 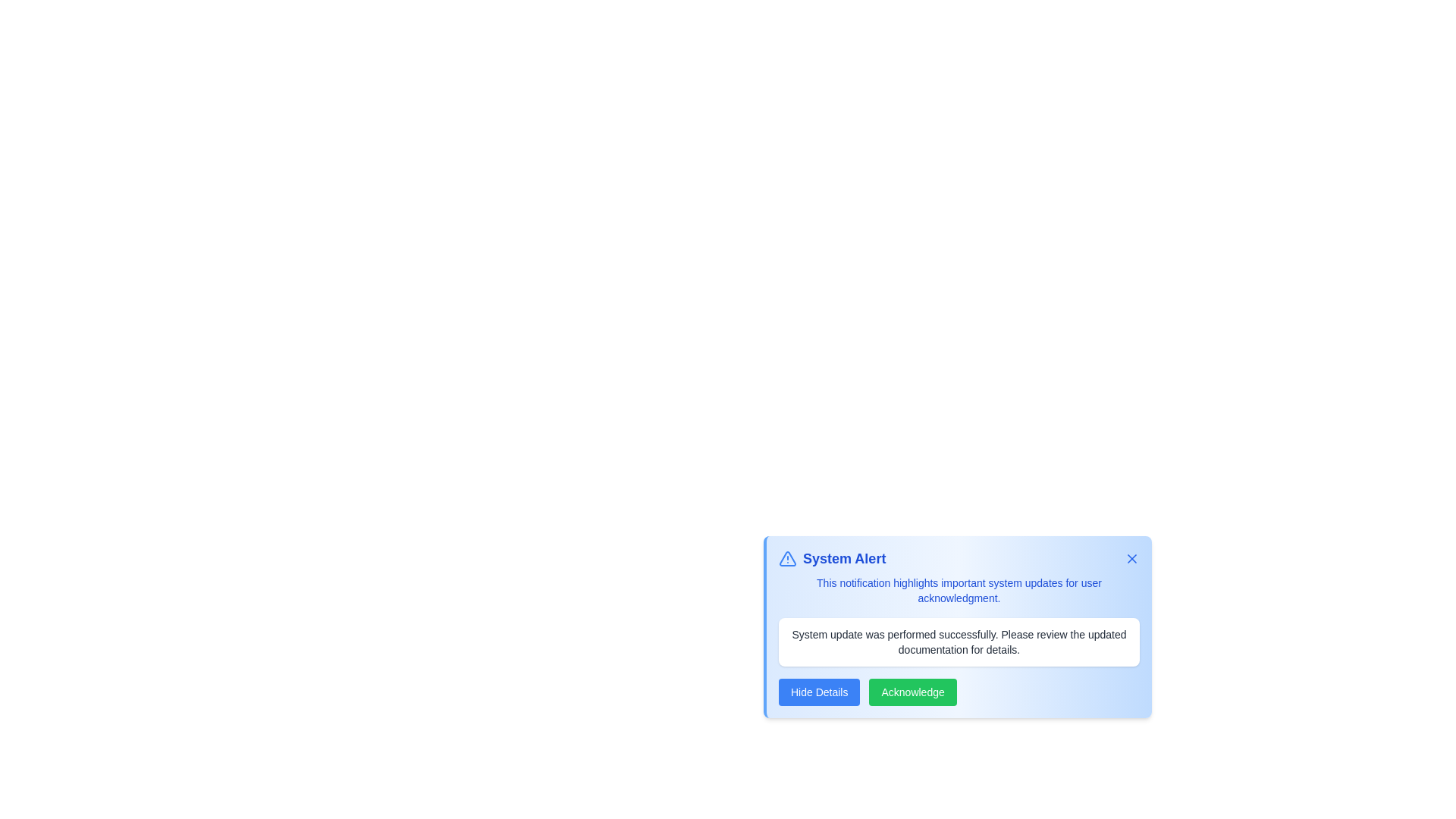 What do you see at coordinates (818, 692) in the screenshot?
I see `the 'Hide Details' button to toggle the visibility of the detailed information section` at bounding box center [818, 692].